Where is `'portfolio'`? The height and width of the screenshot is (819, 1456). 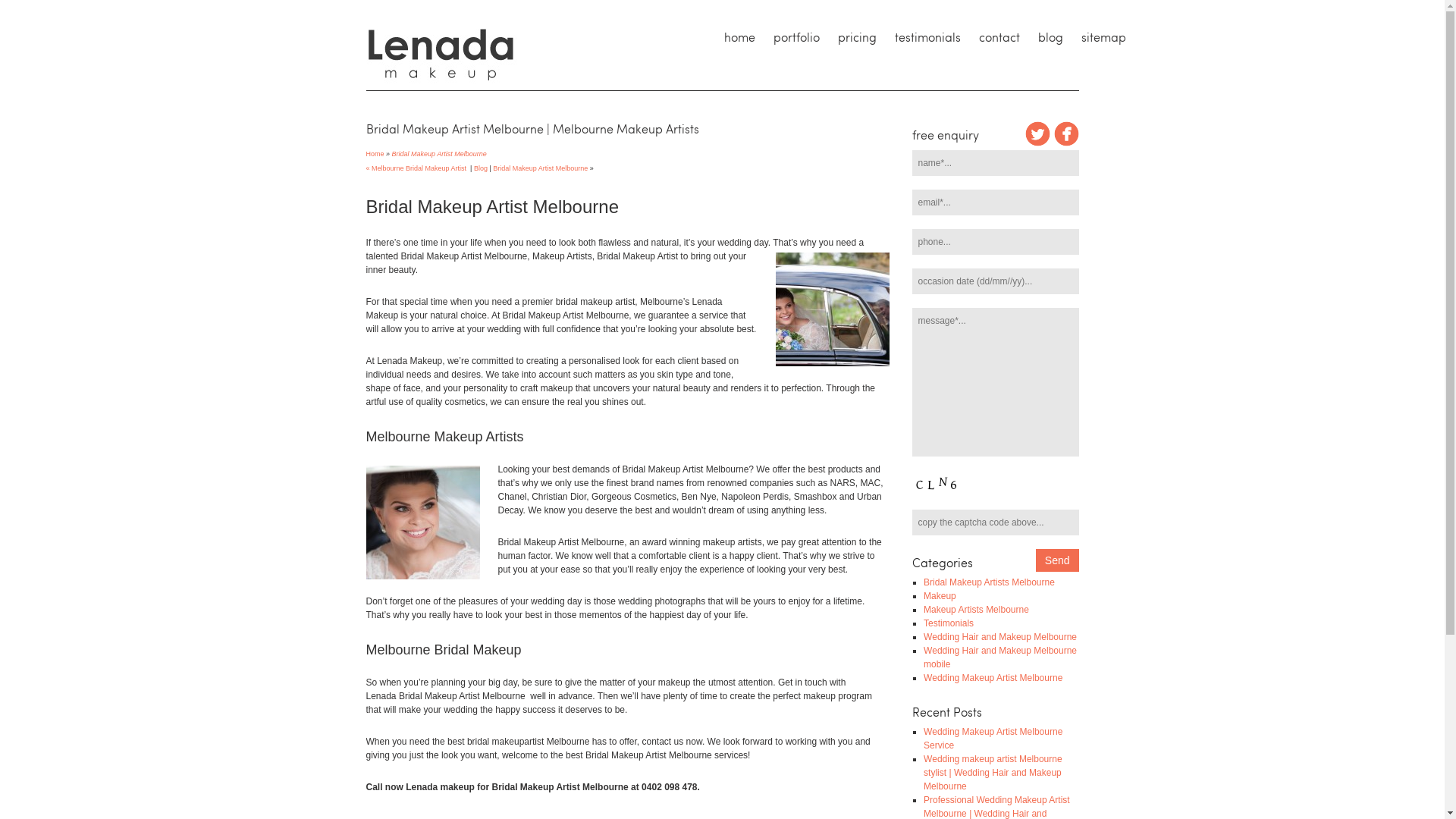
'portfolio' is located at coordinates (795, 36).